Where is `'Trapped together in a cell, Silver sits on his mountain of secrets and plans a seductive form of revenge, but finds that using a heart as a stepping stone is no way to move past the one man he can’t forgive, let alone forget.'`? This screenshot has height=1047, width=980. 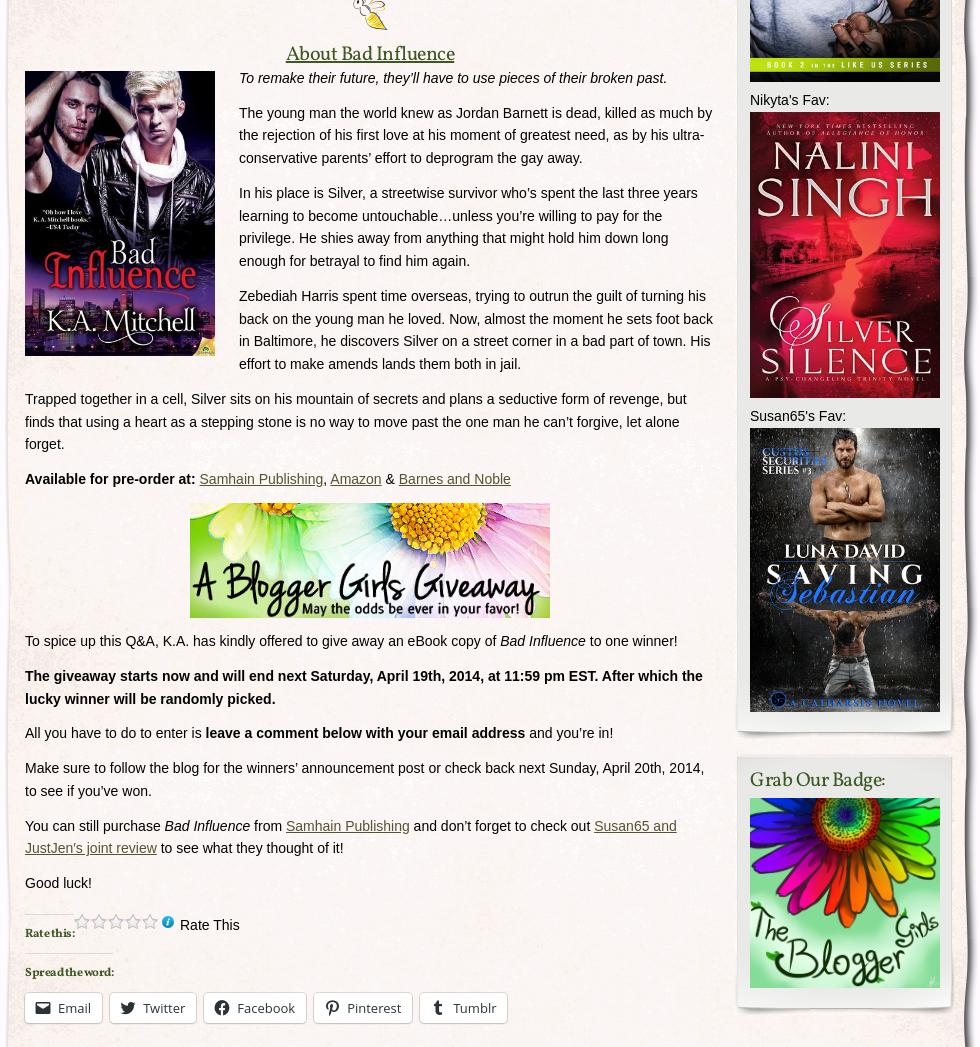
'Trapped together in a cell, Silver sits on his mountain of secrets and plans a seductive form of revenge, but finds that using a heart as a stepping stone is no way to move past the one man he can’t forgive, let alone forget.' is located at coordinates (24, 419).